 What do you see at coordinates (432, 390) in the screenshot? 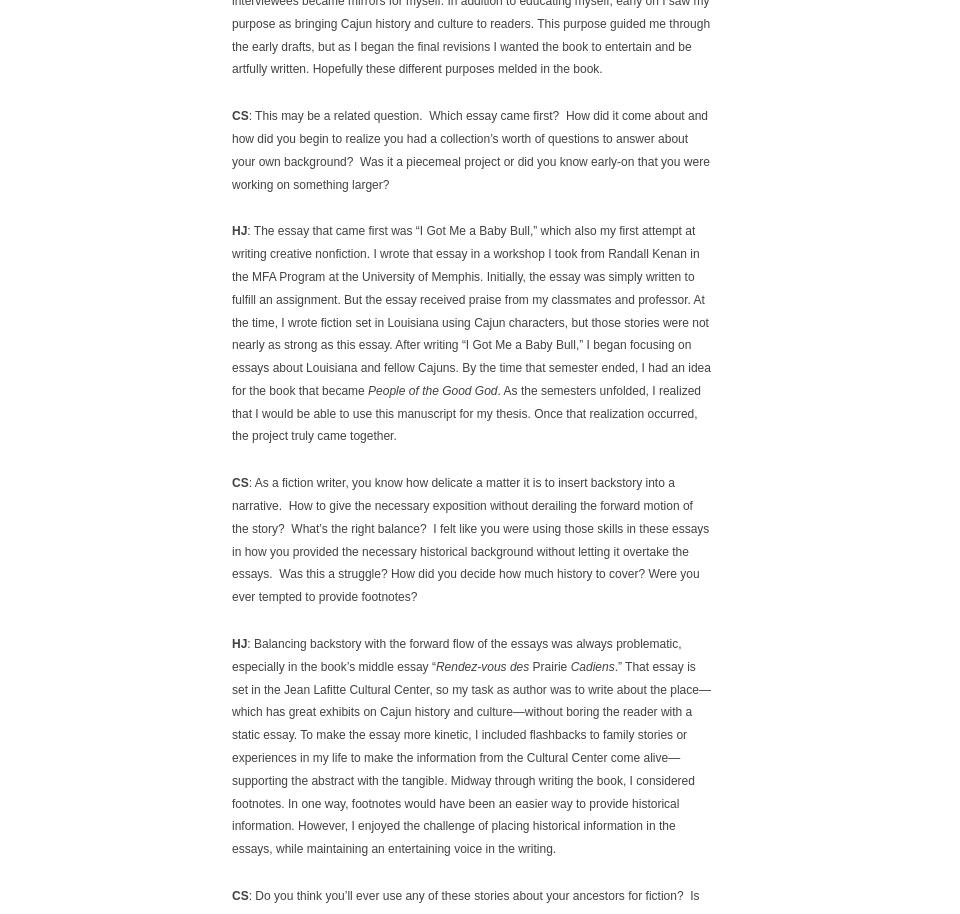
I see `'People of the Good God'` at bounding box center [432, 390].